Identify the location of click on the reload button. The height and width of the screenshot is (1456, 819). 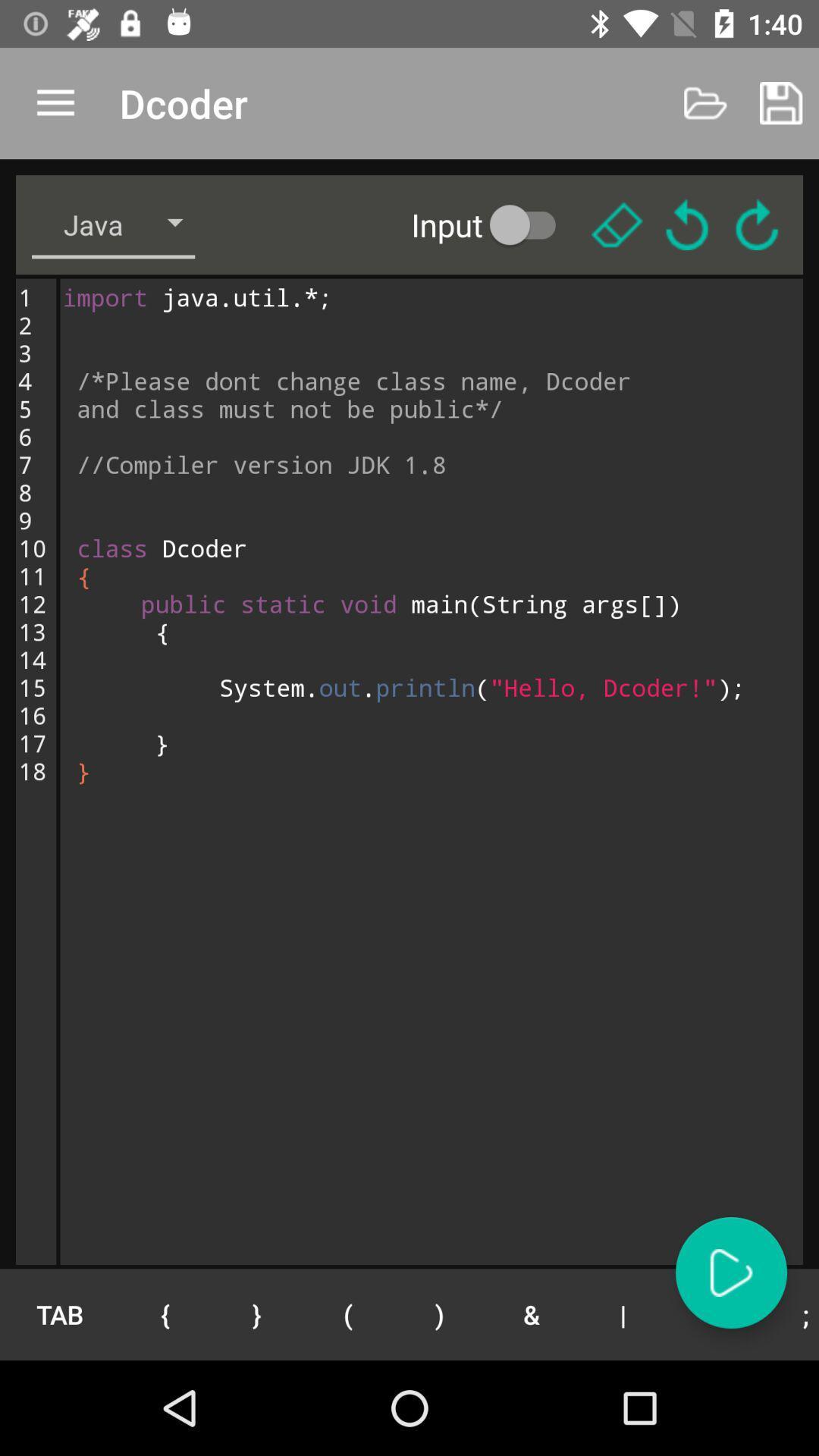
(687, 224).